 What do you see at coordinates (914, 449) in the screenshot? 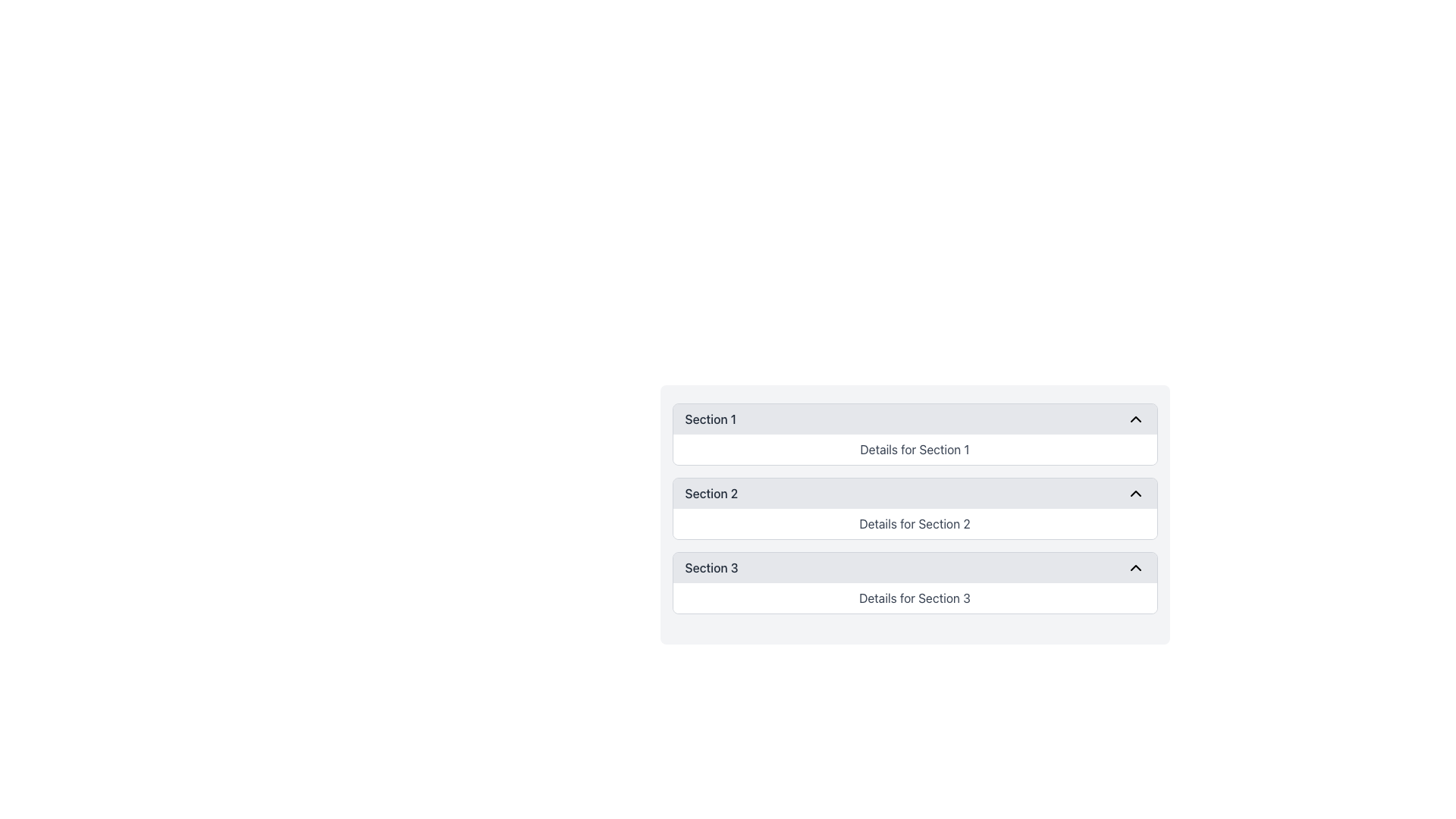
I see `text content of the text display element showing 'Details for Section 1', which is centrally aligned below the header 'Section 1'` at bounding box center [914, 449].